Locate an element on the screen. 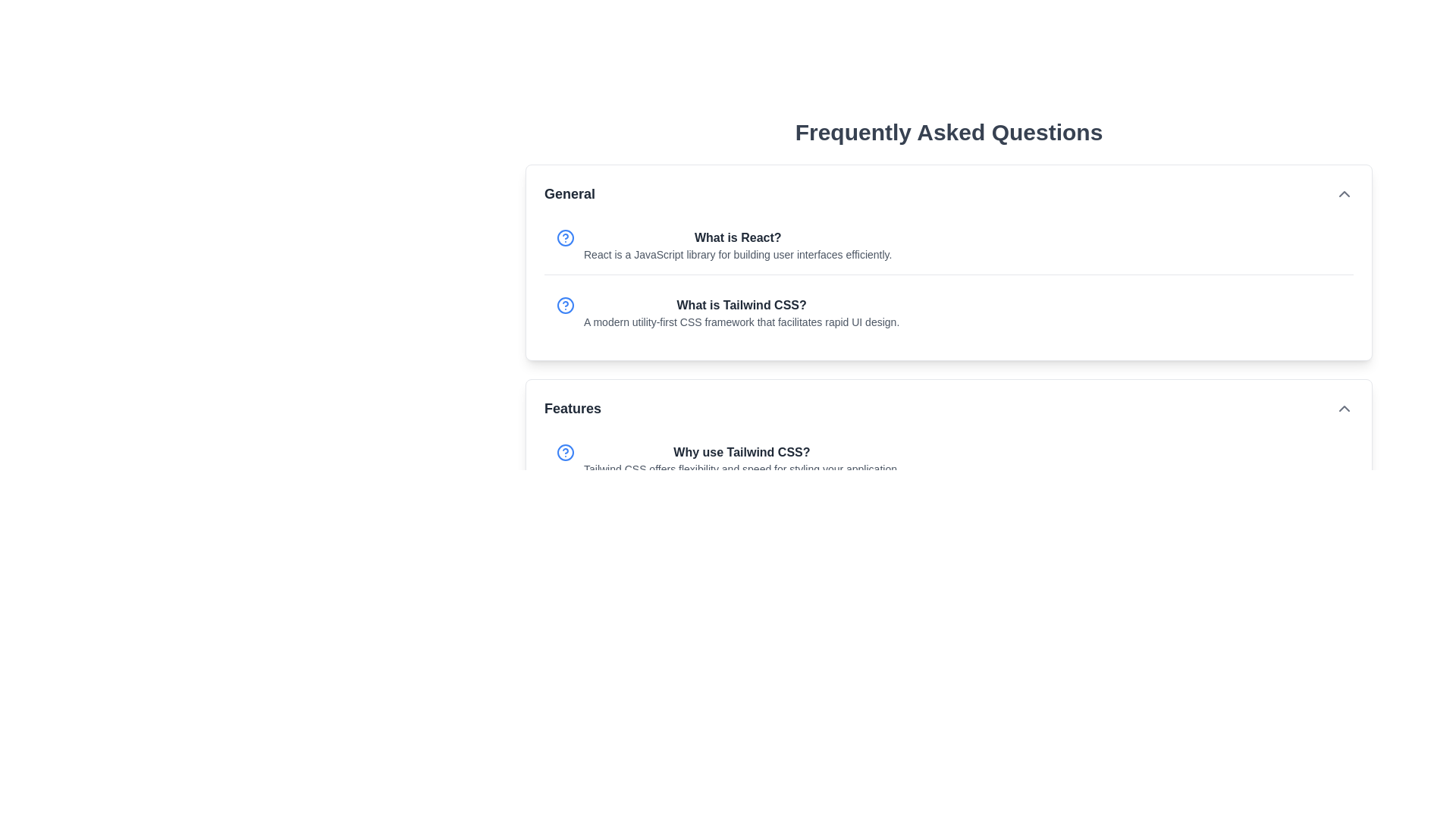 This screenshot has width=1456, height=819. informational content block titled 'What is Tailwind CSS?' which includes a descriptive paragraph about the CSS framework is located at coordinates (948, 312).